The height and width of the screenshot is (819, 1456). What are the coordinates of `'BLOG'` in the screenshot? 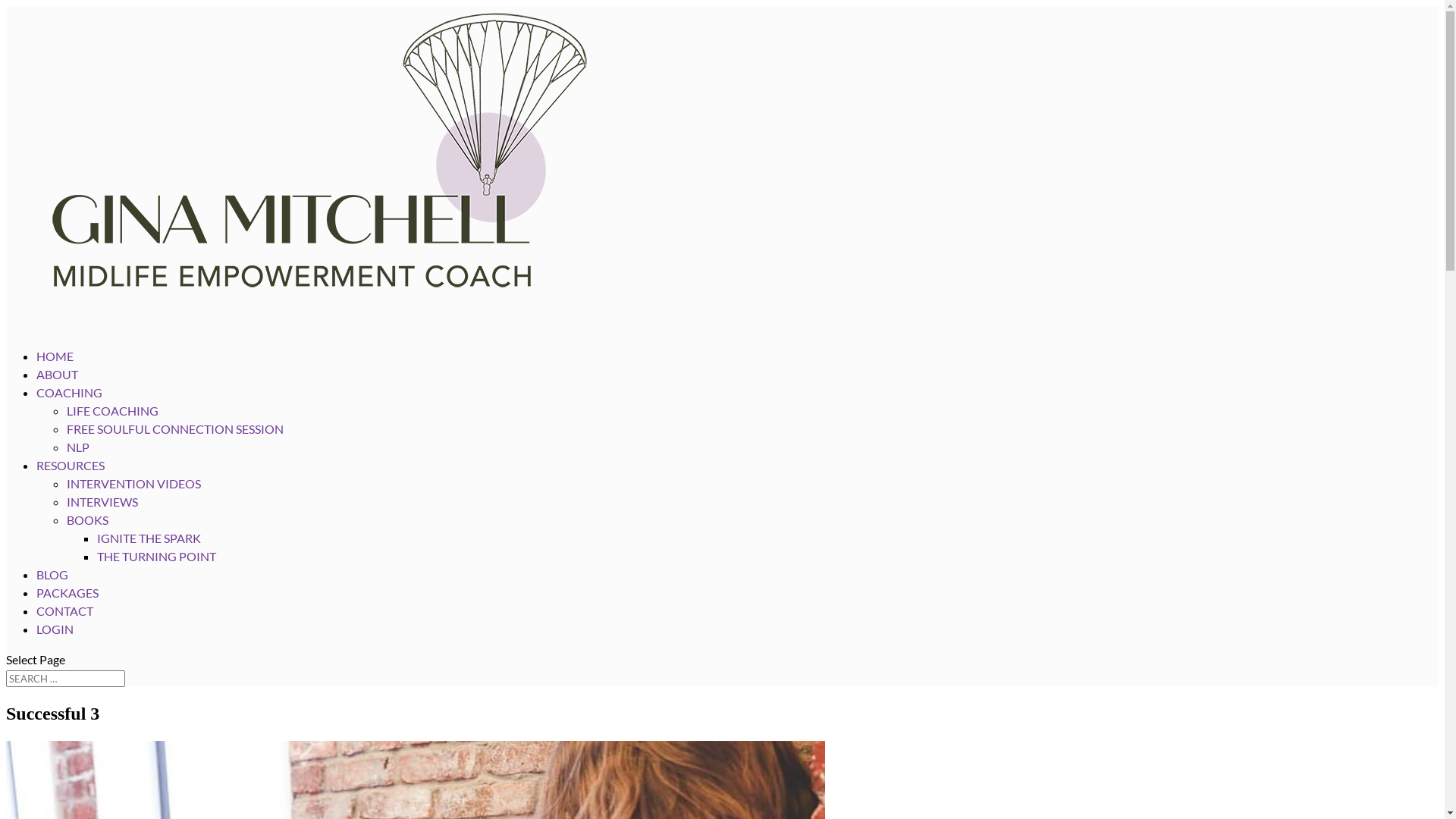 It's located at (36, 590).